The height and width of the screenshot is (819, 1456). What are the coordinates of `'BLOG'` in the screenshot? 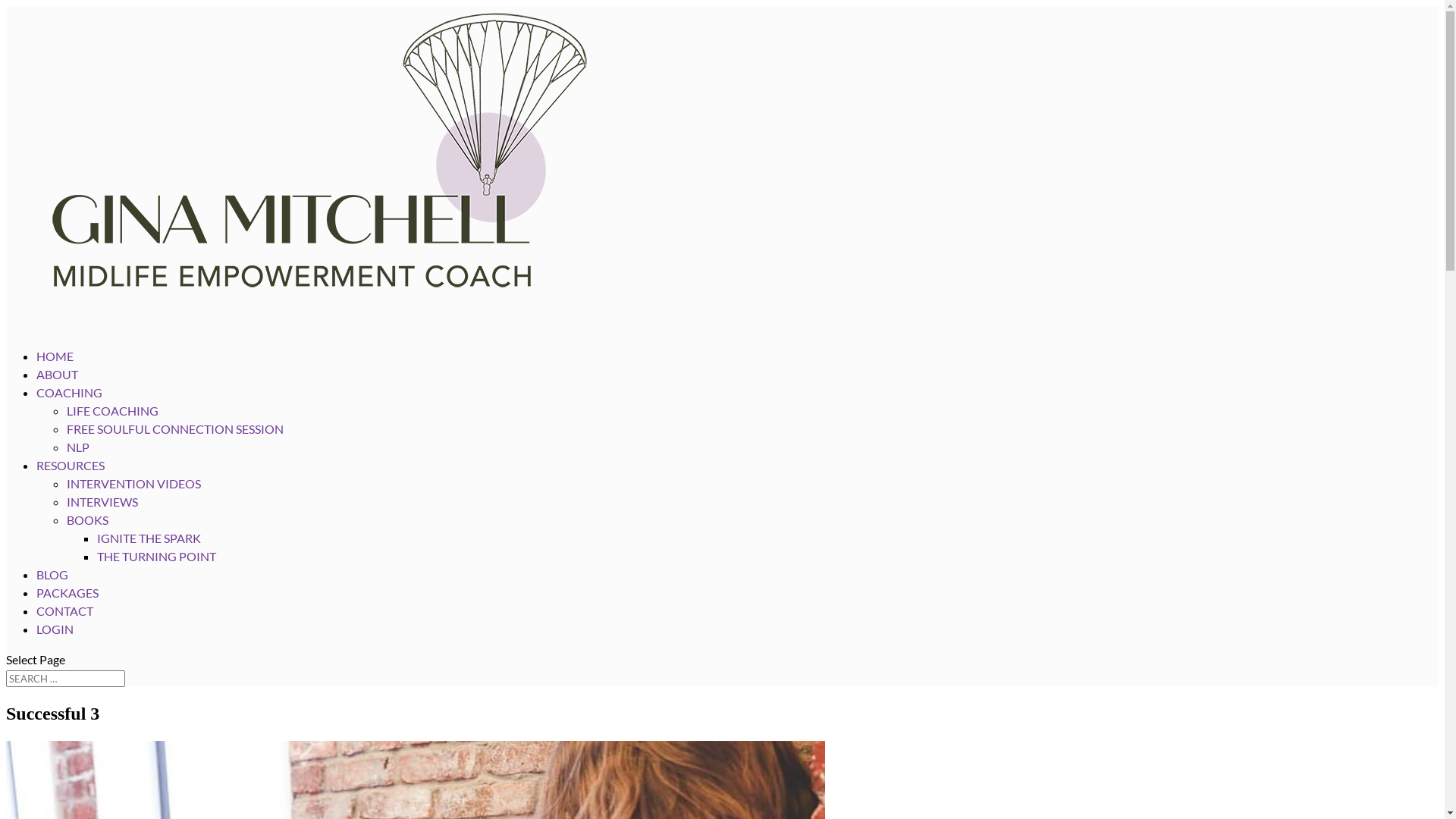 It's located at (36, 590).